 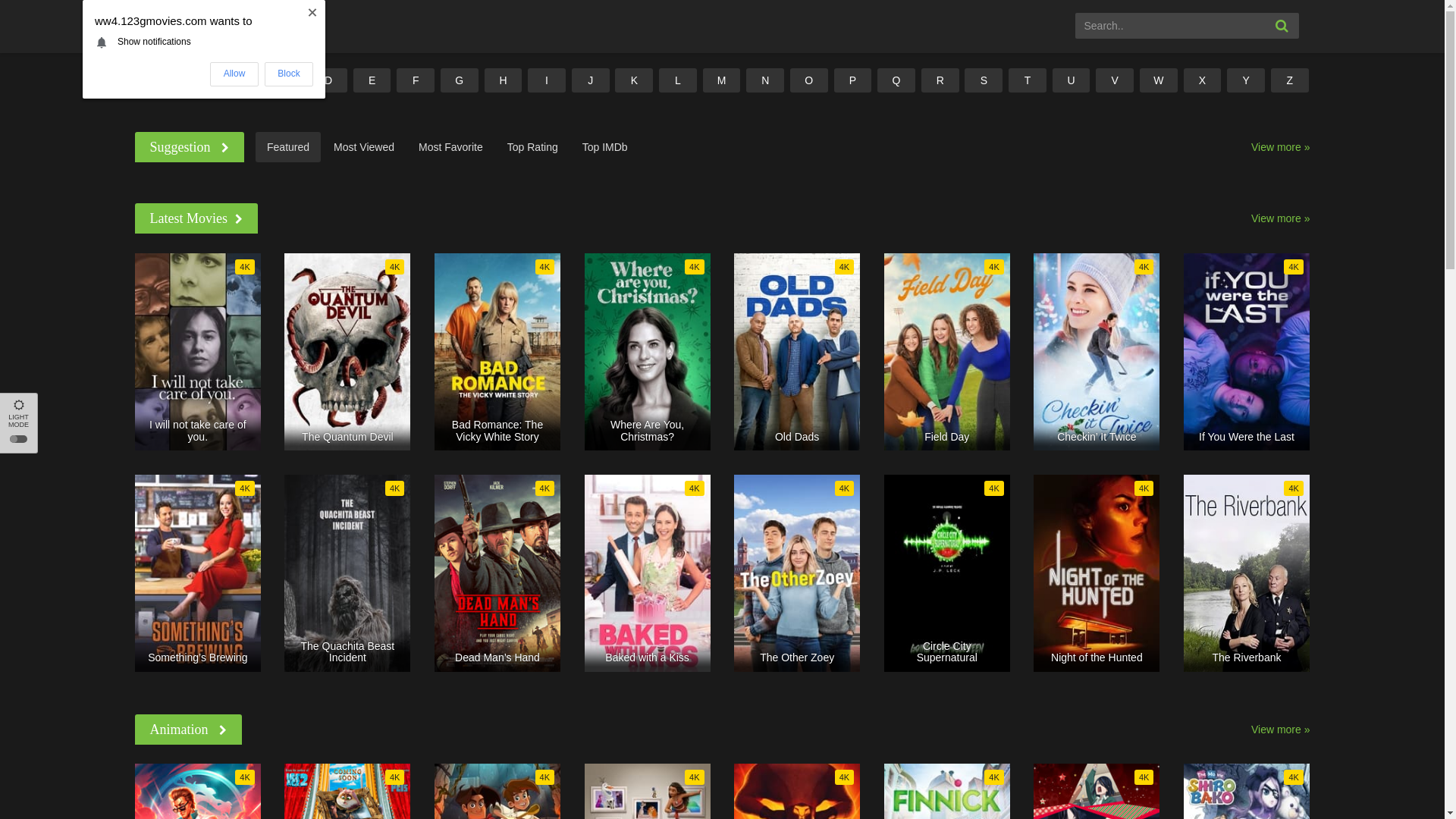 What do you see at coordinates (648, 351) in the screenshot?
I see `'4K` at bounding box center [648, 351].